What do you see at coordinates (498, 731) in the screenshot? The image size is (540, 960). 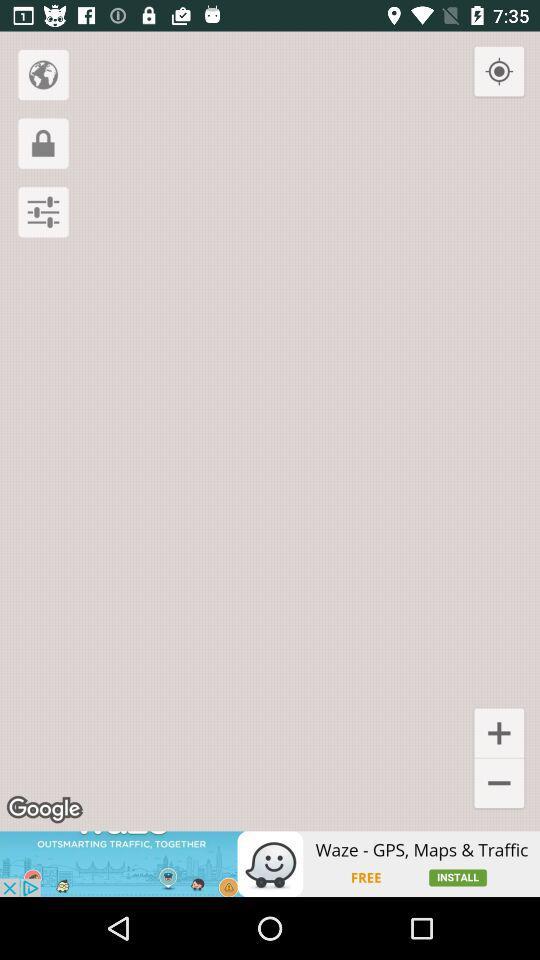 I see `the add icon` at bounding box center [498, 731].